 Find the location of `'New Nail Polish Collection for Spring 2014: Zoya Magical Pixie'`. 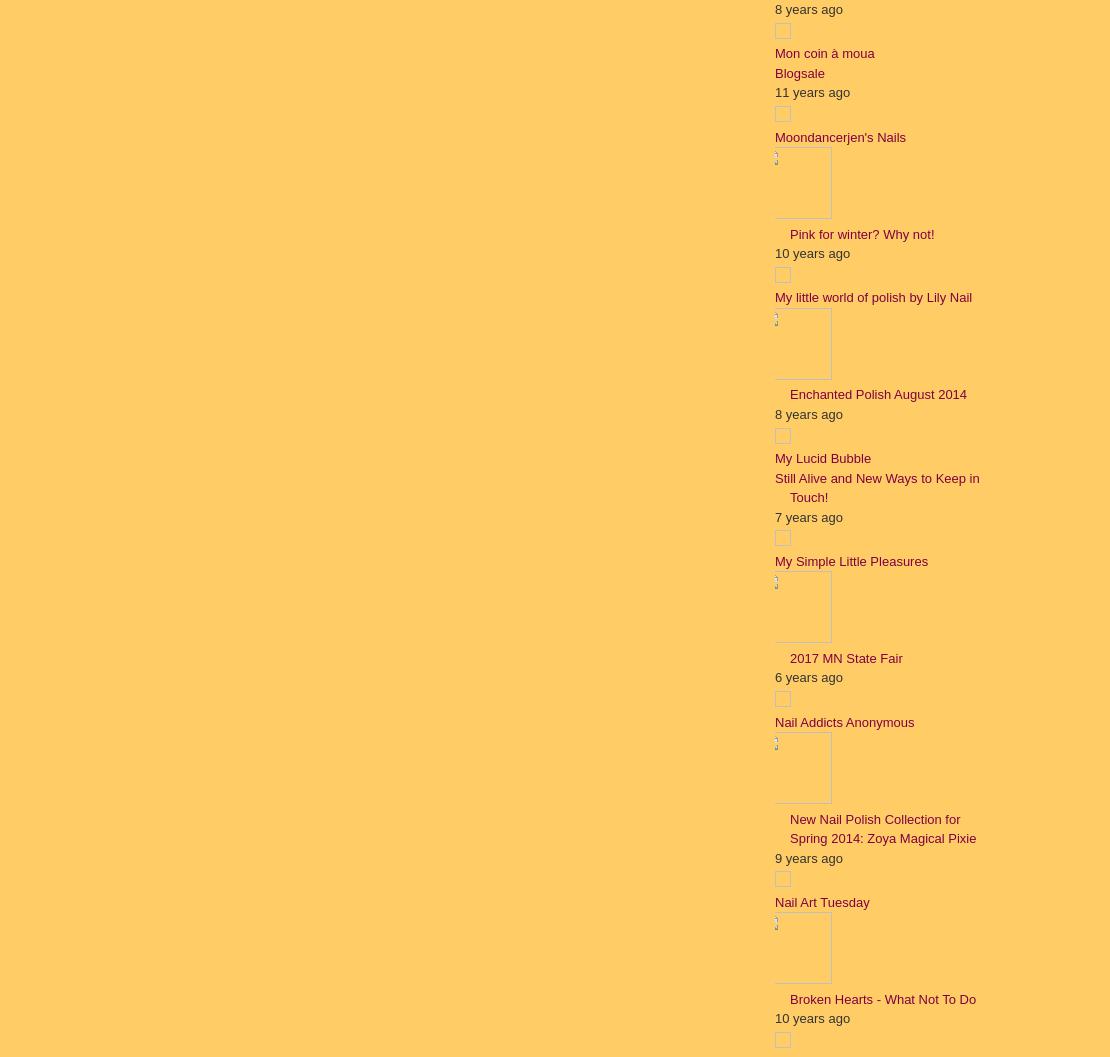

'New Nail Polish Collection for Spring 2014: Zoya Magical Pixie' is located at coordinates (882, 828).